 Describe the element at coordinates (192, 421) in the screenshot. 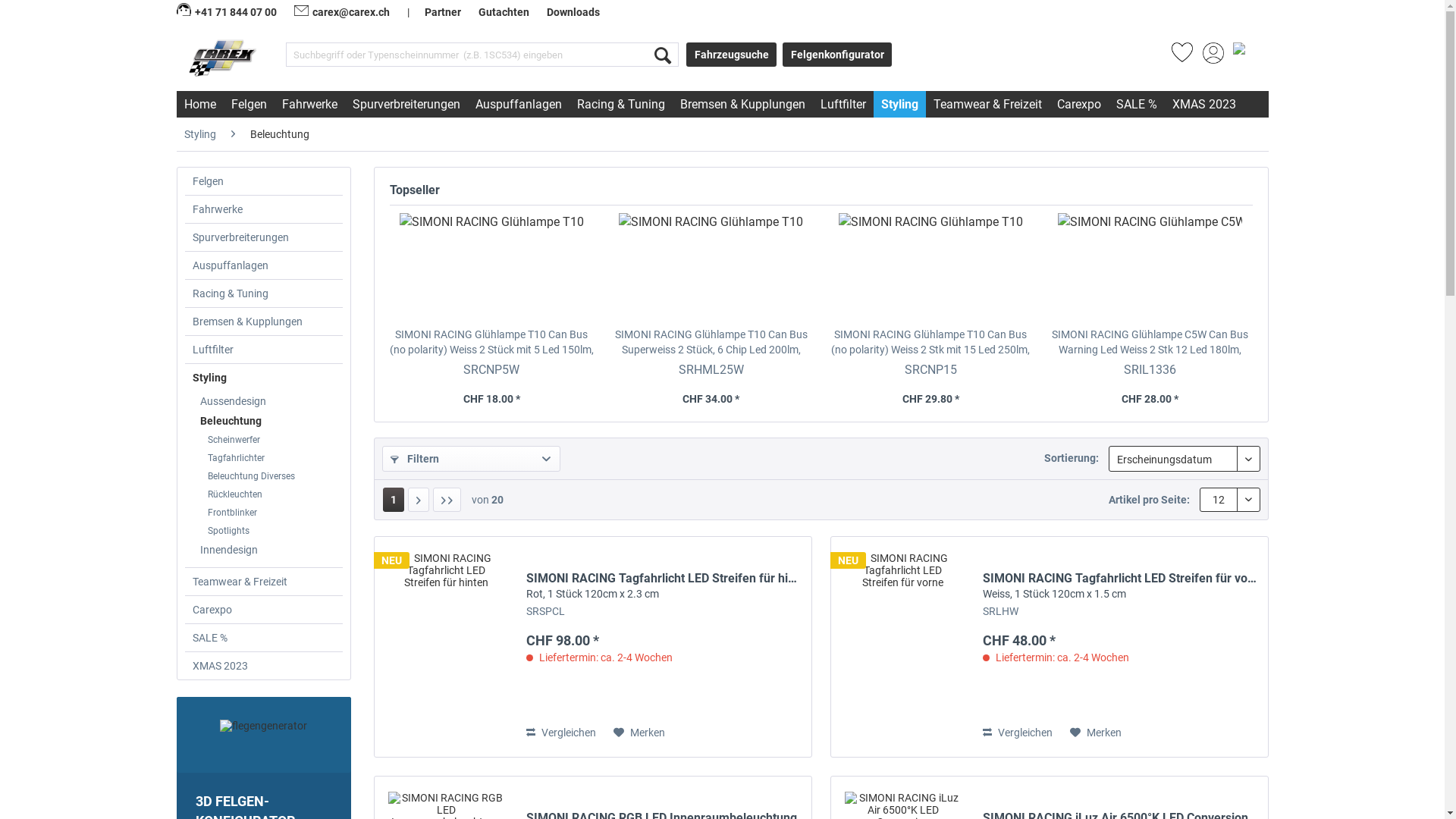

I see `'Beleuchtung'` at that location.